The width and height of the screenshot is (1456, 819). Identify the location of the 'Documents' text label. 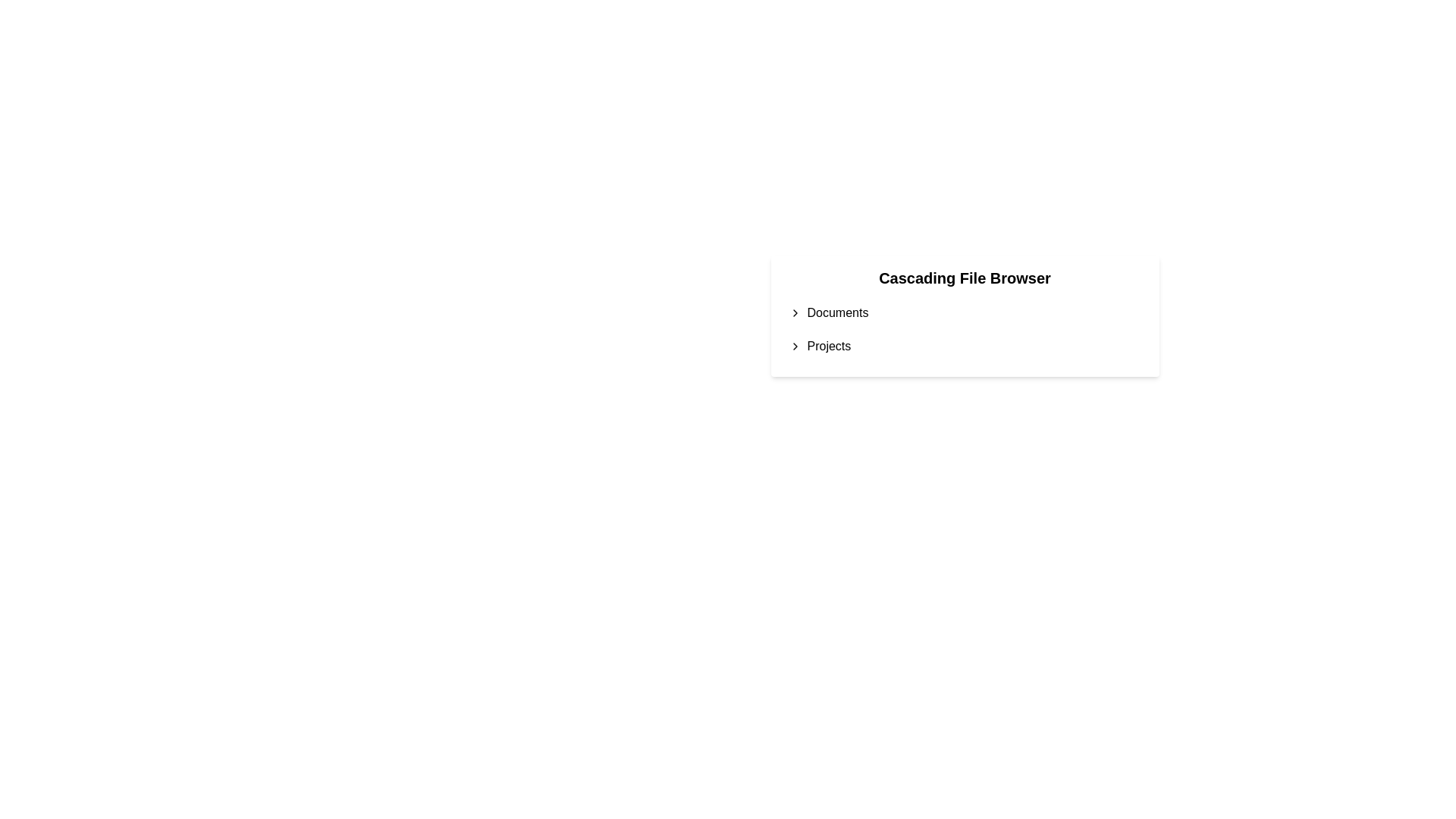
(836, 312).